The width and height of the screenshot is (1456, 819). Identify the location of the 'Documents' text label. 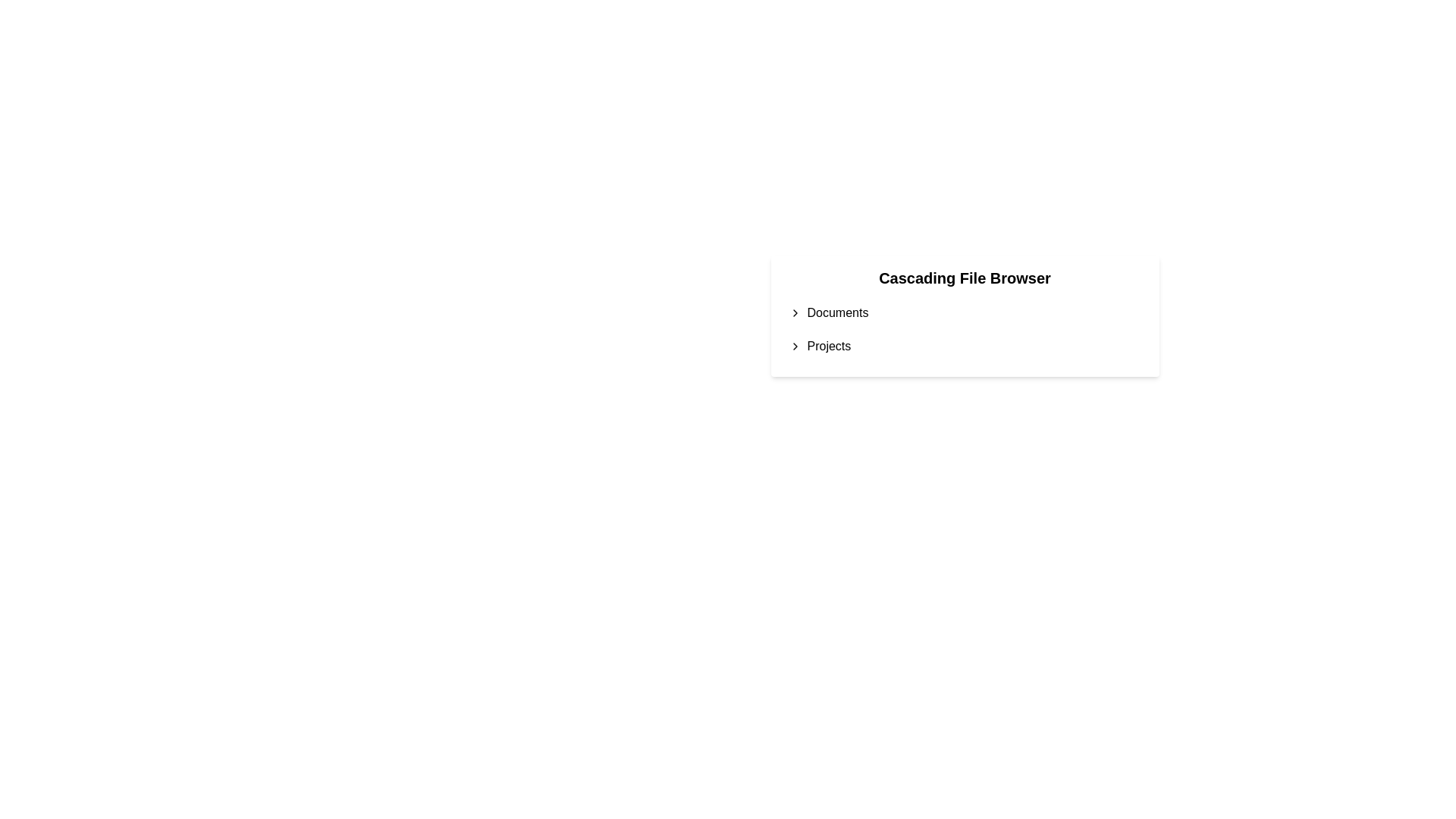
(836, 312).